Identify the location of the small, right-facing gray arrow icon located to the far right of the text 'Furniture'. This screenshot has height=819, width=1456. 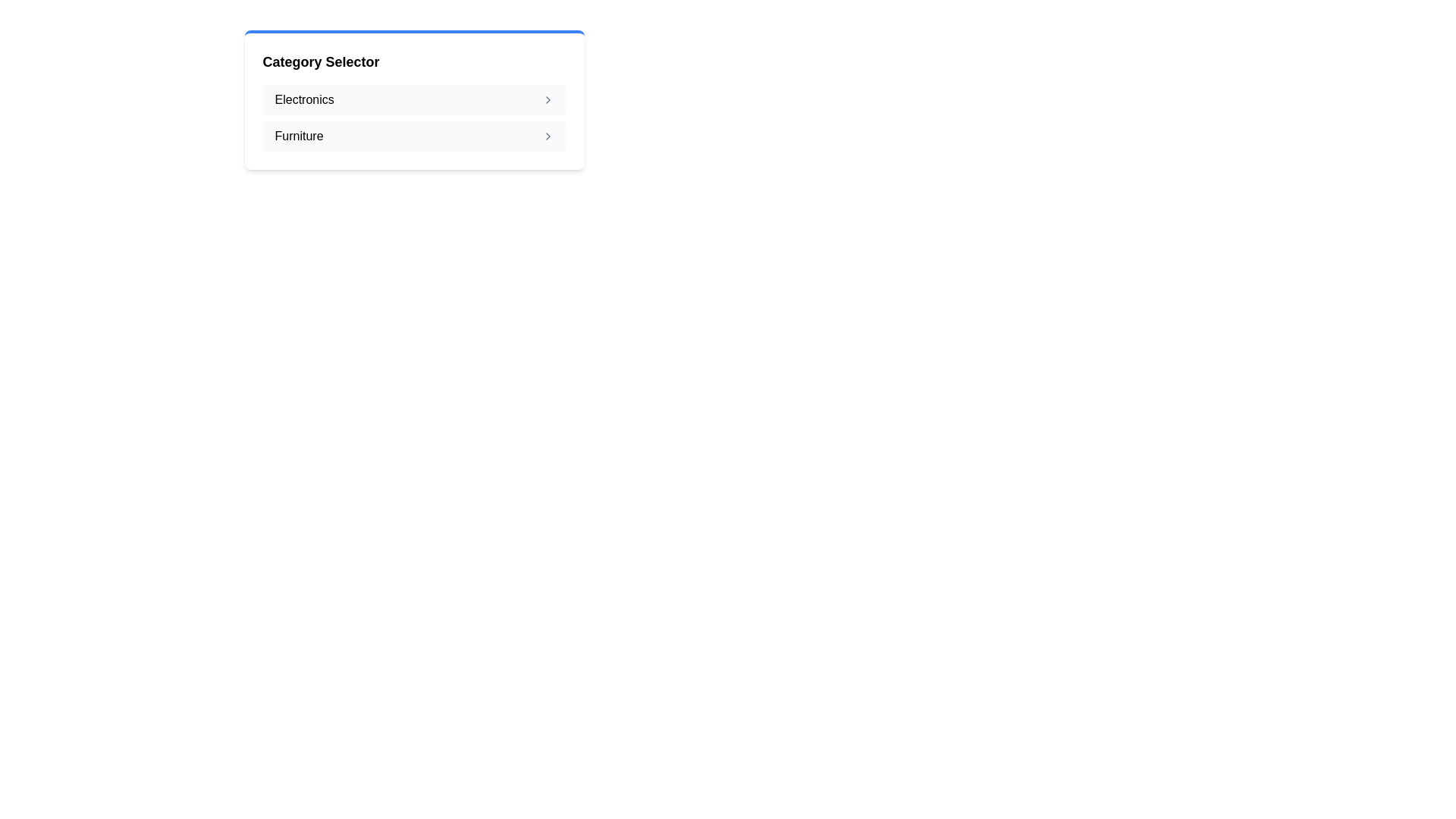
(547, 136).